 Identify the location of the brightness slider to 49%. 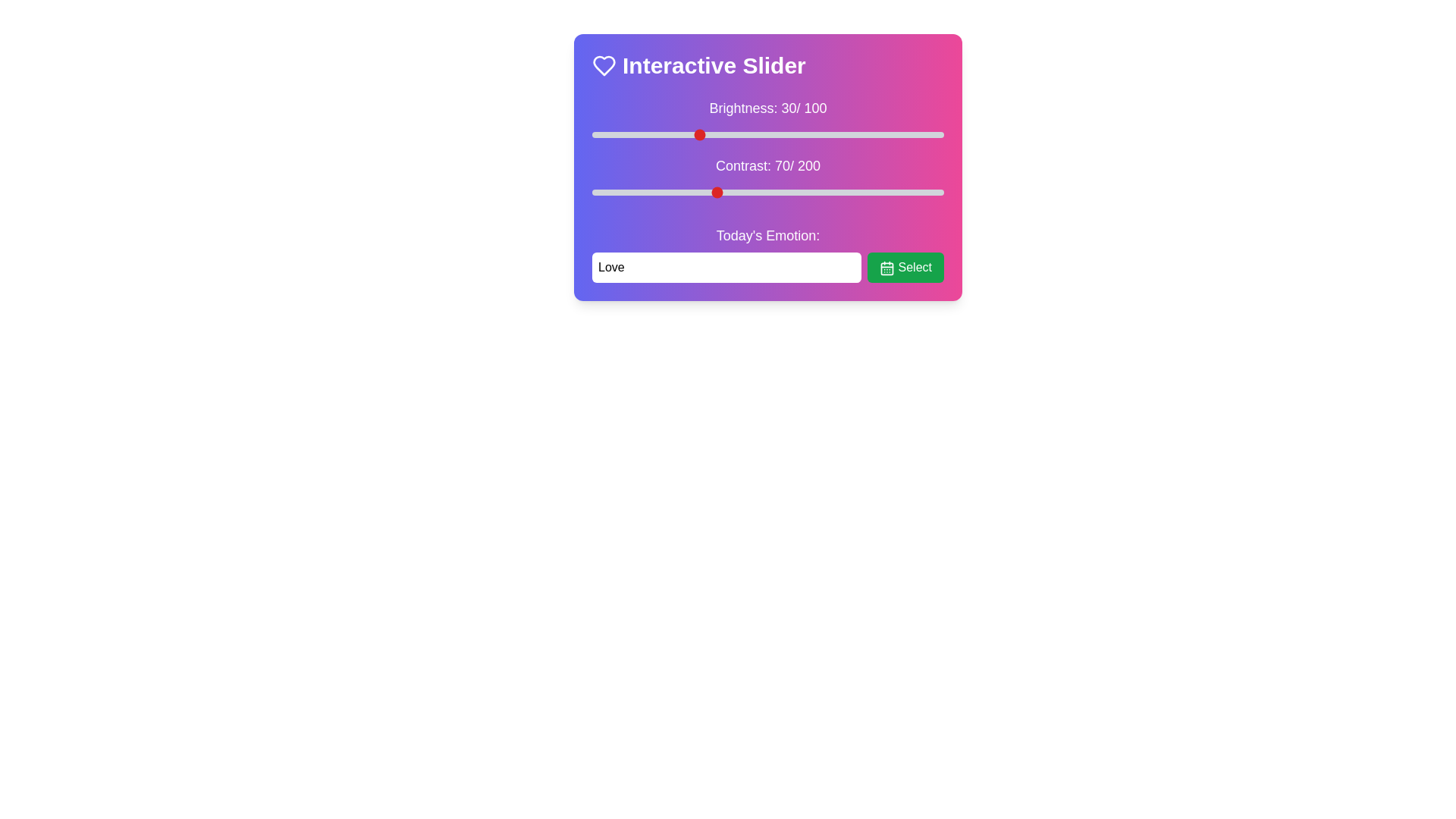
(764, 133).